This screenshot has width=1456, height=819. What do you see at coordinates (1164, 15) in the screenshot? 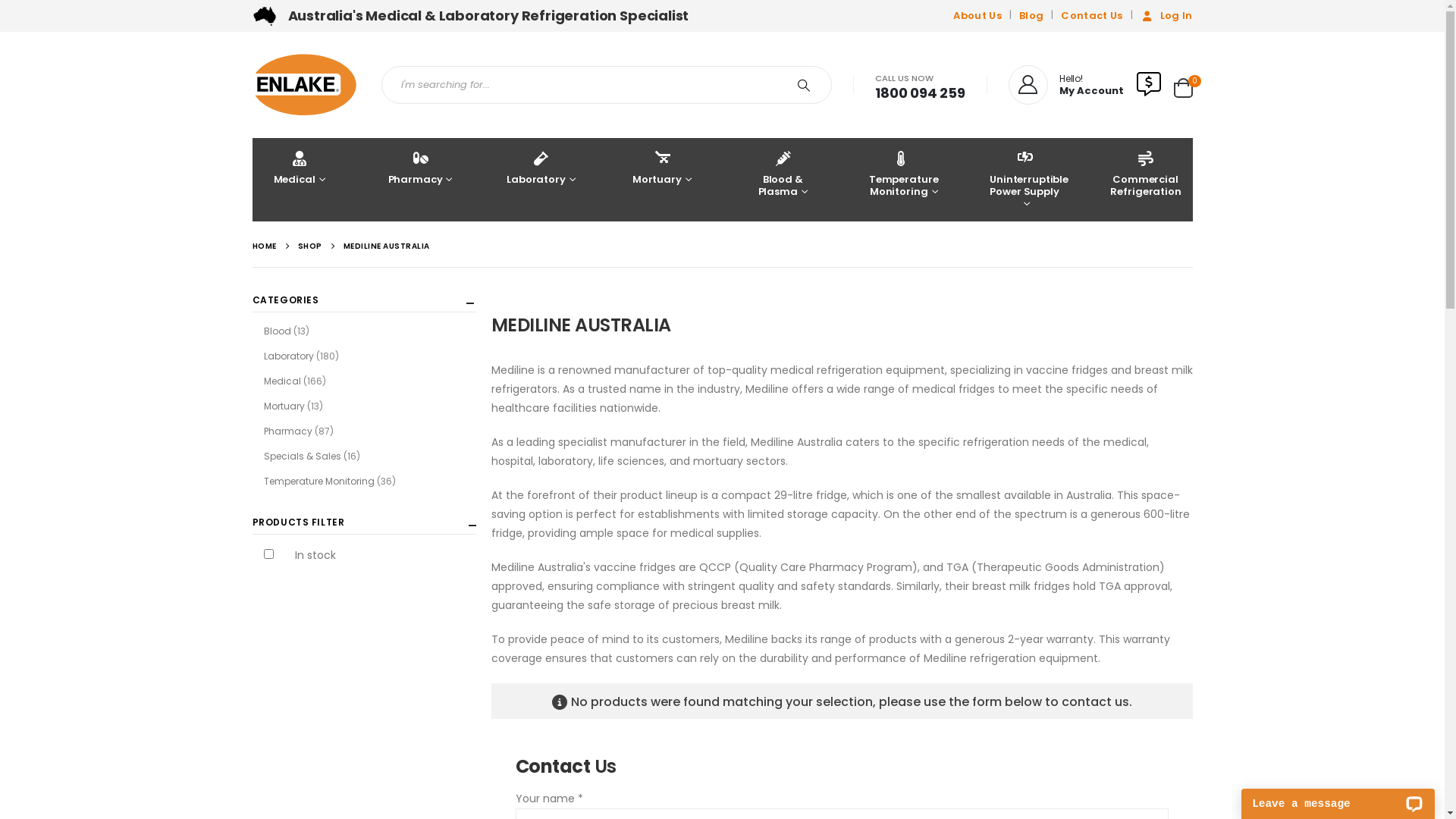
I see `'Log In'` at bounding box center [1164, 15].